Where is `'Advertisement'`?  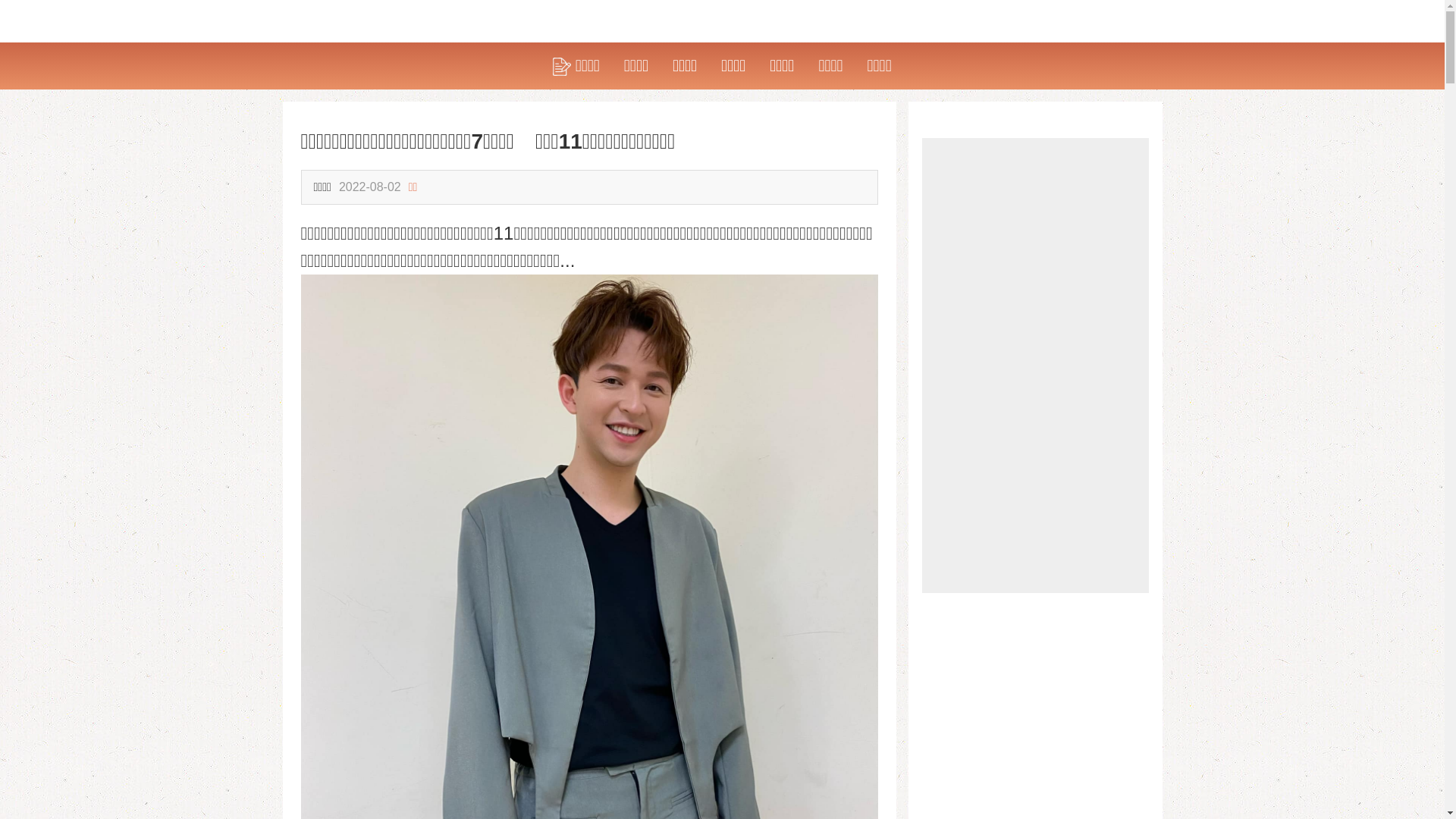 'Advertisement' is located at coordinates (1035, 366).